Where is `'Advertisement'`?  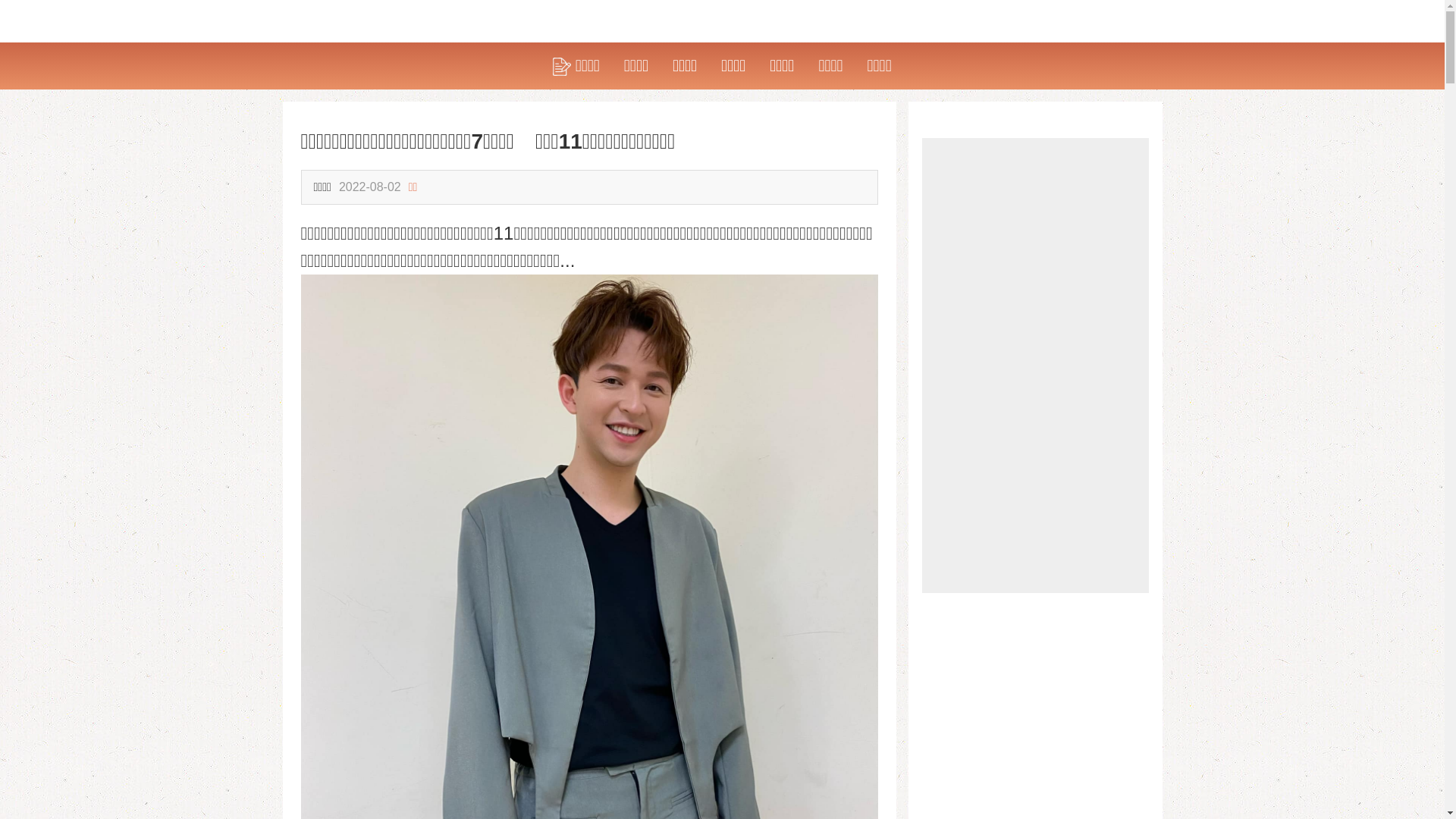 'Advertisement' is located at coordinates (1035, 366).